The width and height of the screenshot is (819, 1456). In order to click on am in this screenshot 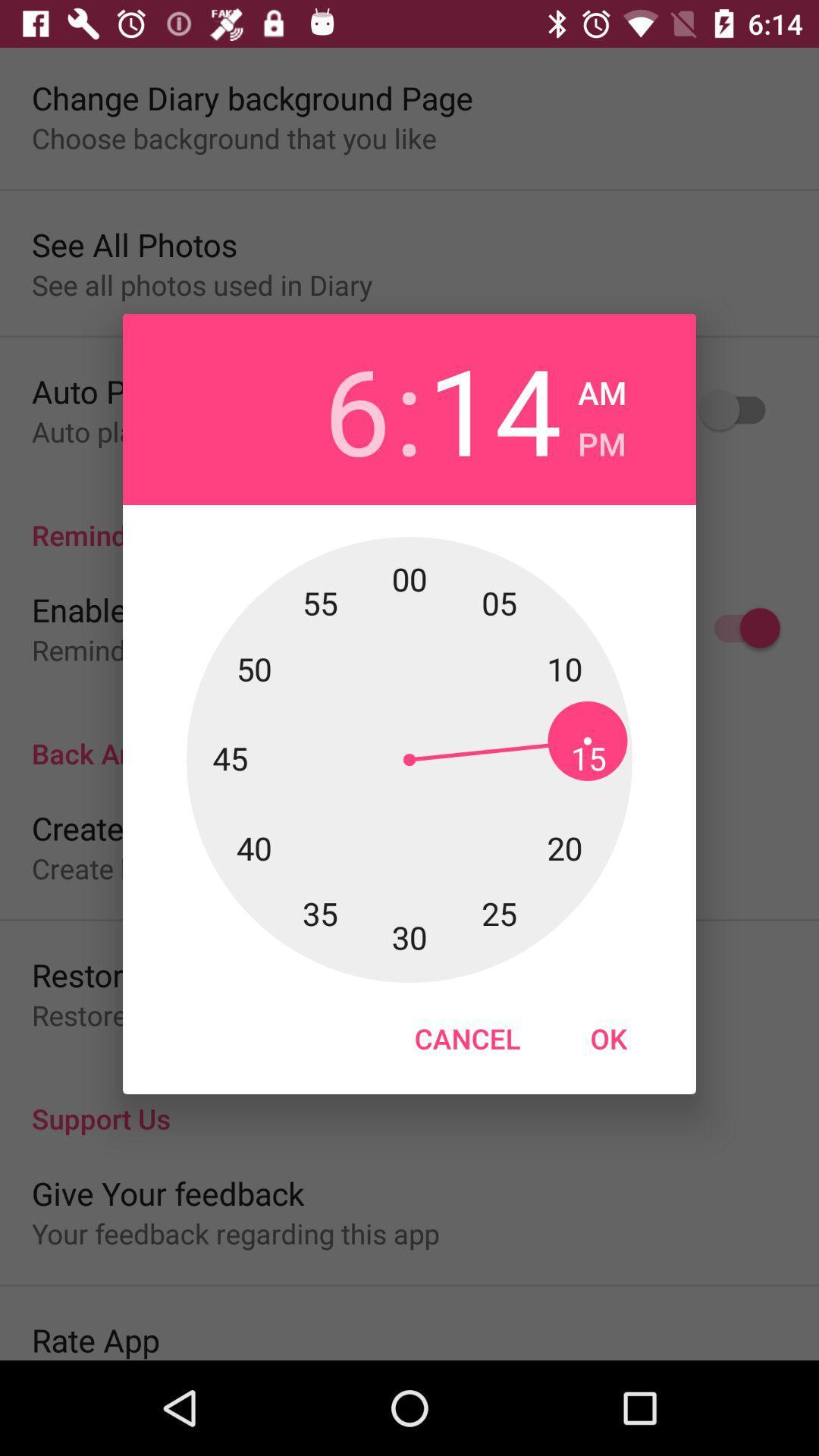, I will do `click(601, 388)`.